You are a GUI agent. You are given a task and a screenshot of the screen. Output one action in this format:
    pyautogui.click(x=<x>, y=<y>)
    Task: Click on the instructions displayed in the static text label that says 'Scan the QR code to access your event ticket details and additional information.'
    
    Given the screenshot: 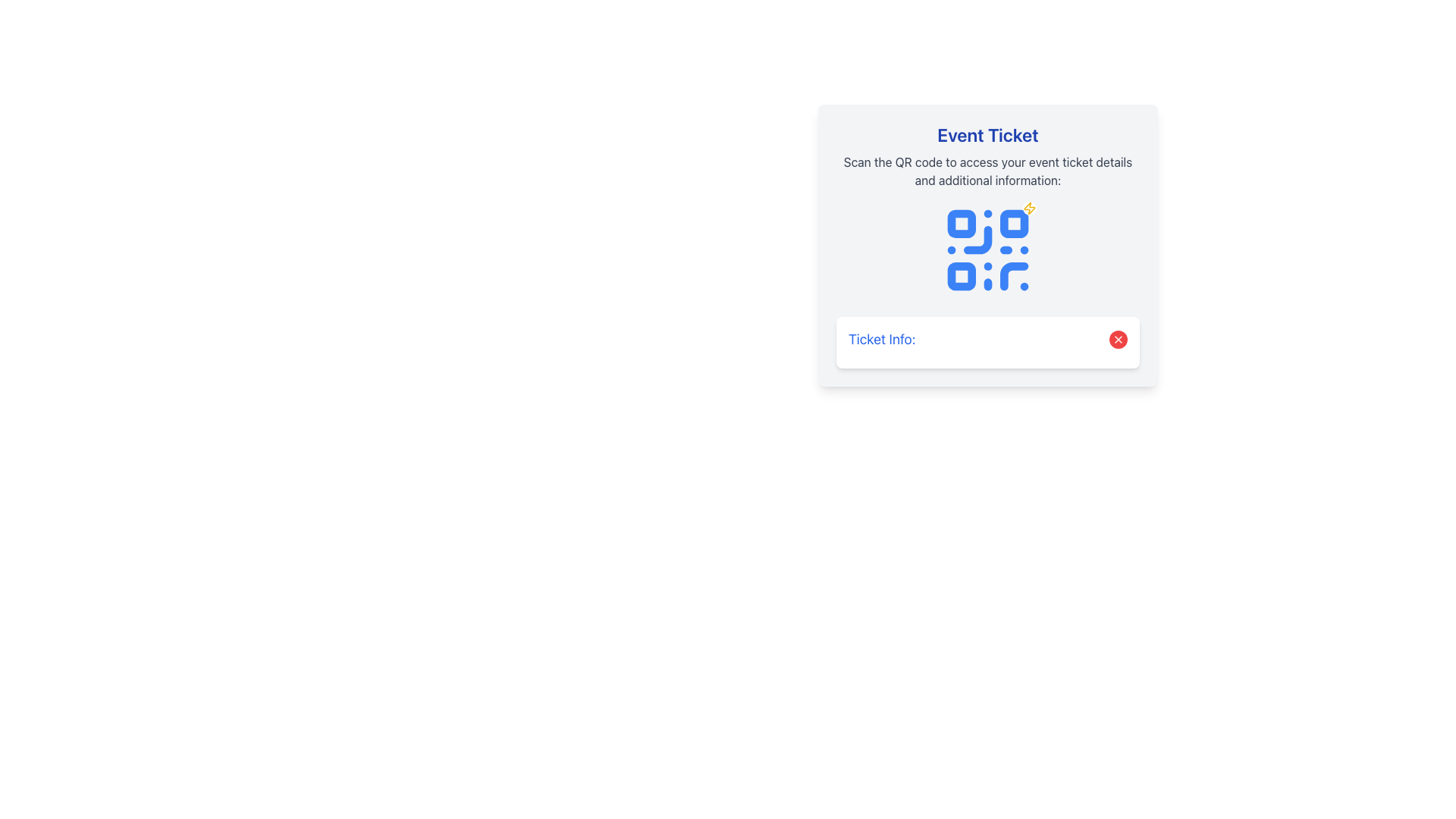 What is the action you would take?
    pyautogui.click(x=987, y=171)
    